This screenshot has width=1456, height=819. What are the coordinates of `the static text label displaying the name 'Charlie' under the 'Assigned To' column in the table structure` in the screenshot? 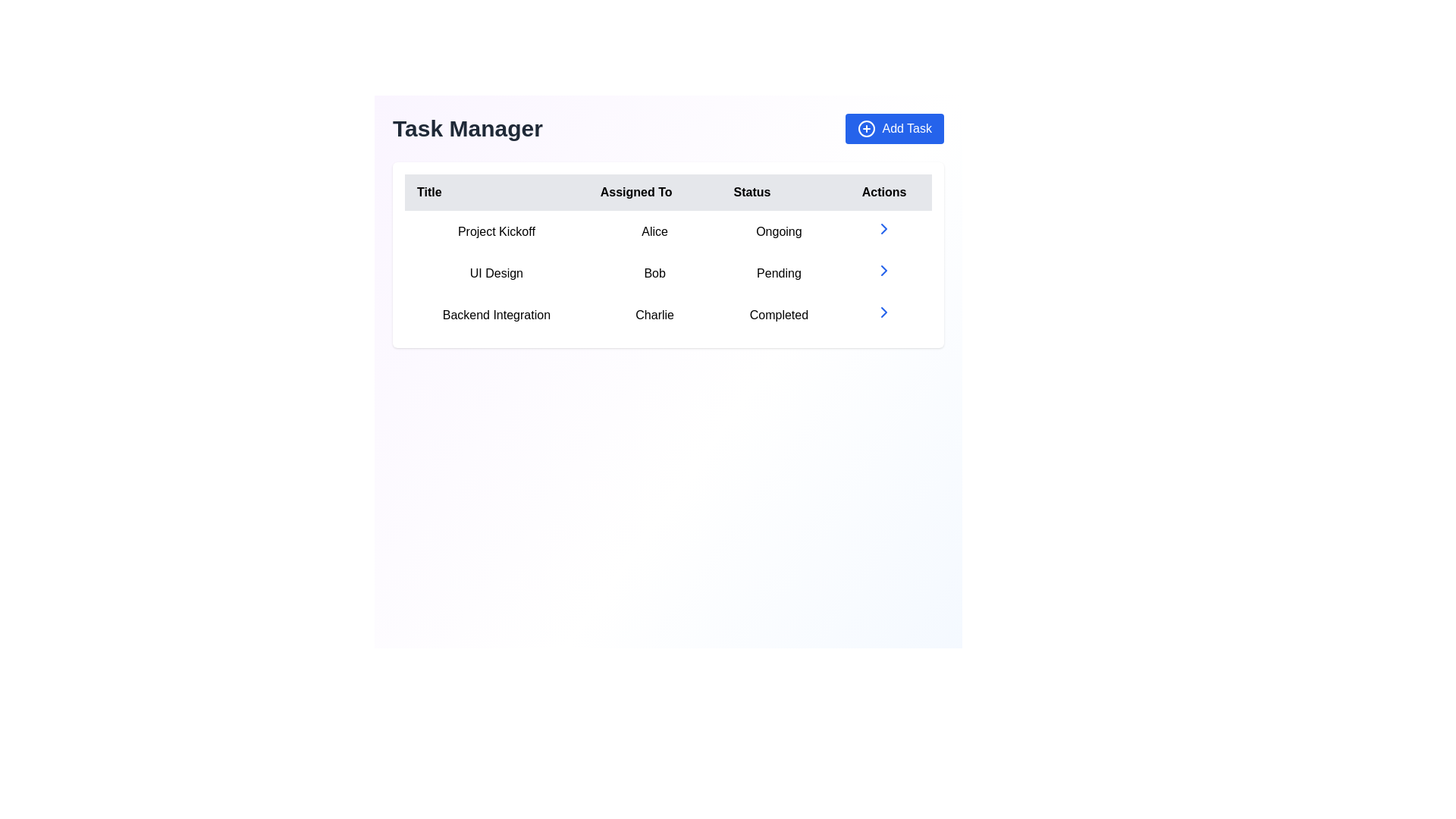 It's located at (654, 314).